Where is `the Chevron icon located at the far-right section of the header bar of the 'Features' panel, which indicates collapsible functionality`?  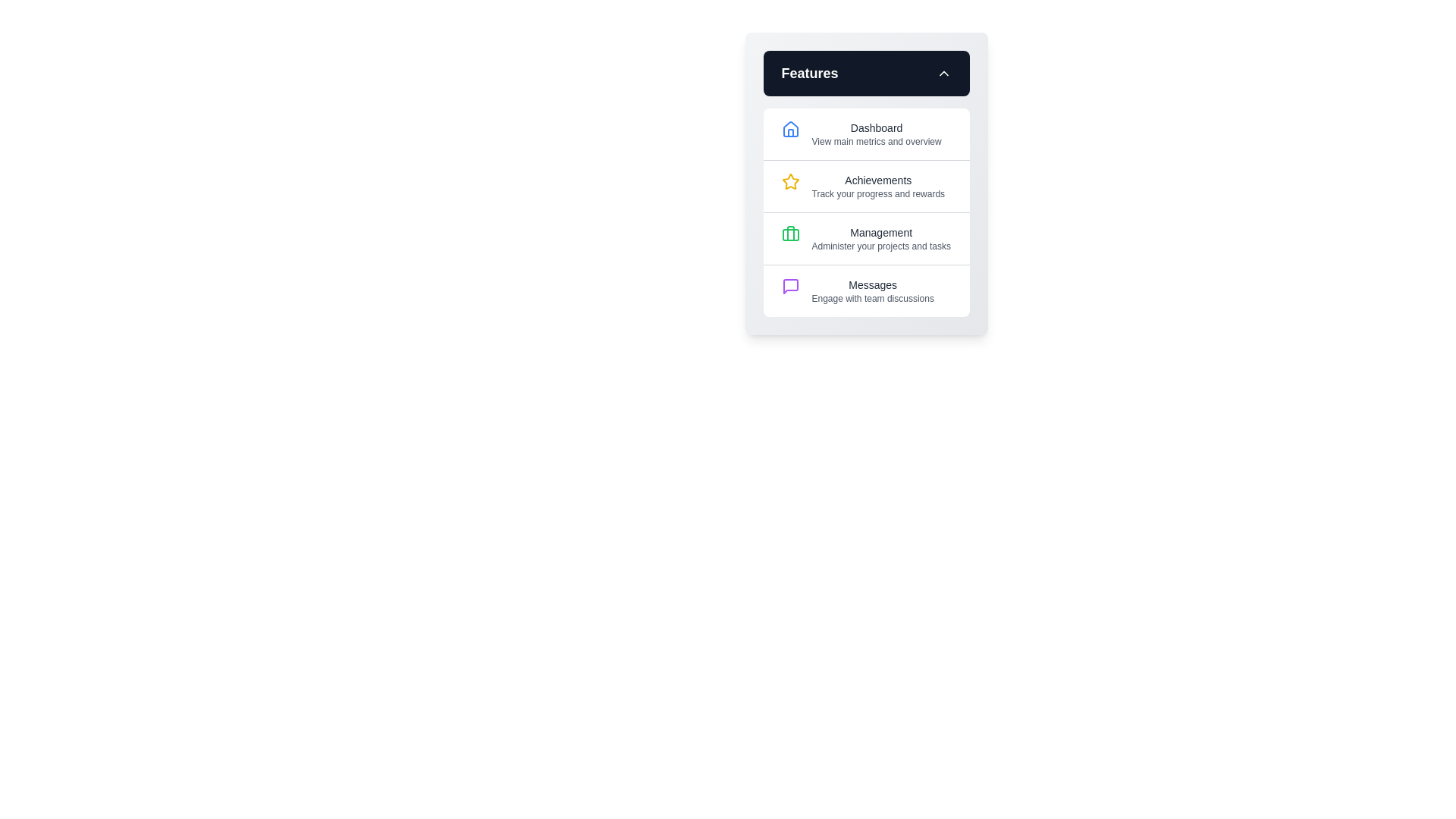
the Chevron icon located at the far-right section of the header bar of the 'Features' panel, which indicates collapsible functionality is located at coordinates (943, 73).